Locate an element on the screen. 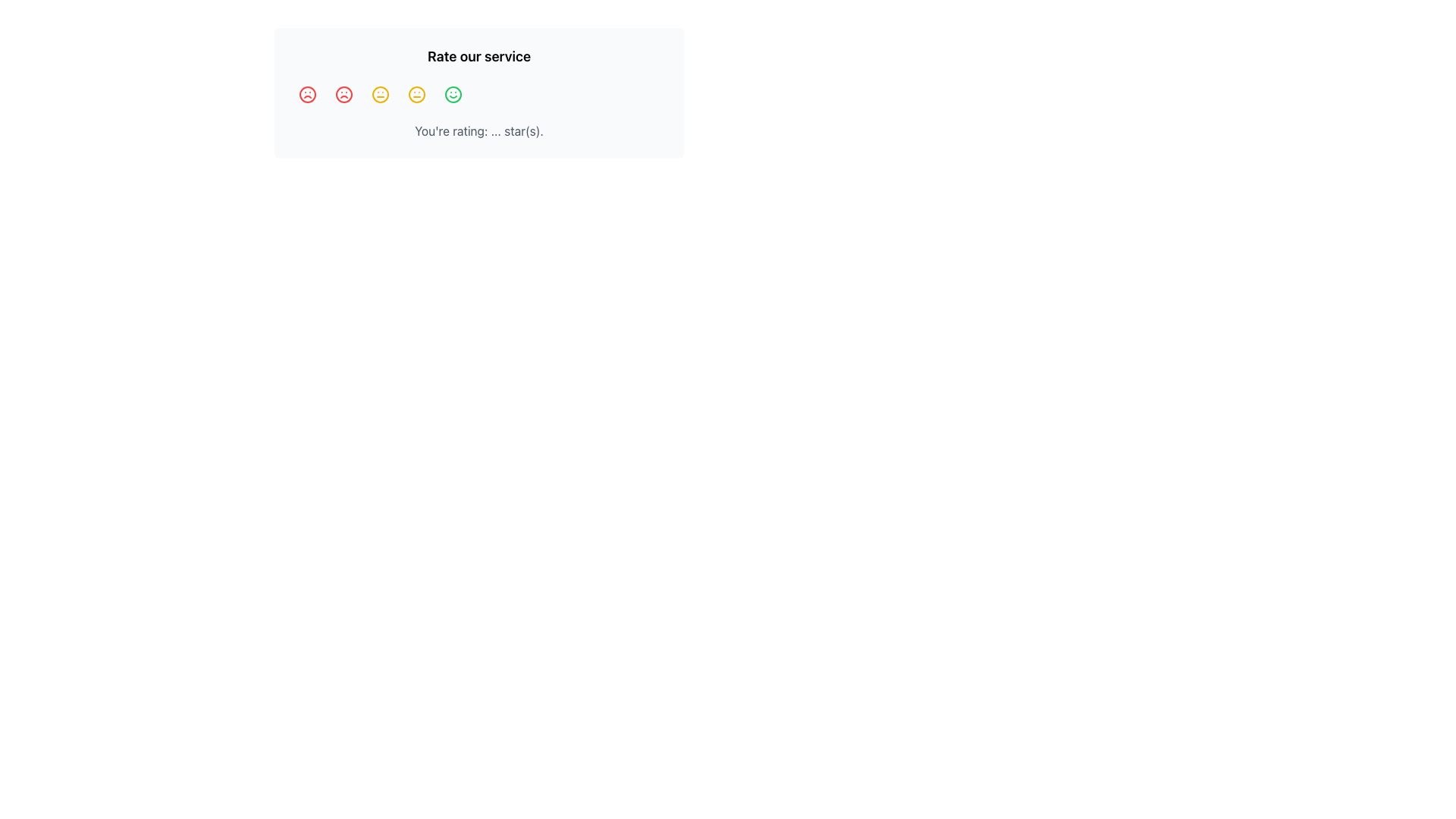 The width and height of the screenshot is (1456, 819). the third rating icon in the series is located at coordinates (381, 94).